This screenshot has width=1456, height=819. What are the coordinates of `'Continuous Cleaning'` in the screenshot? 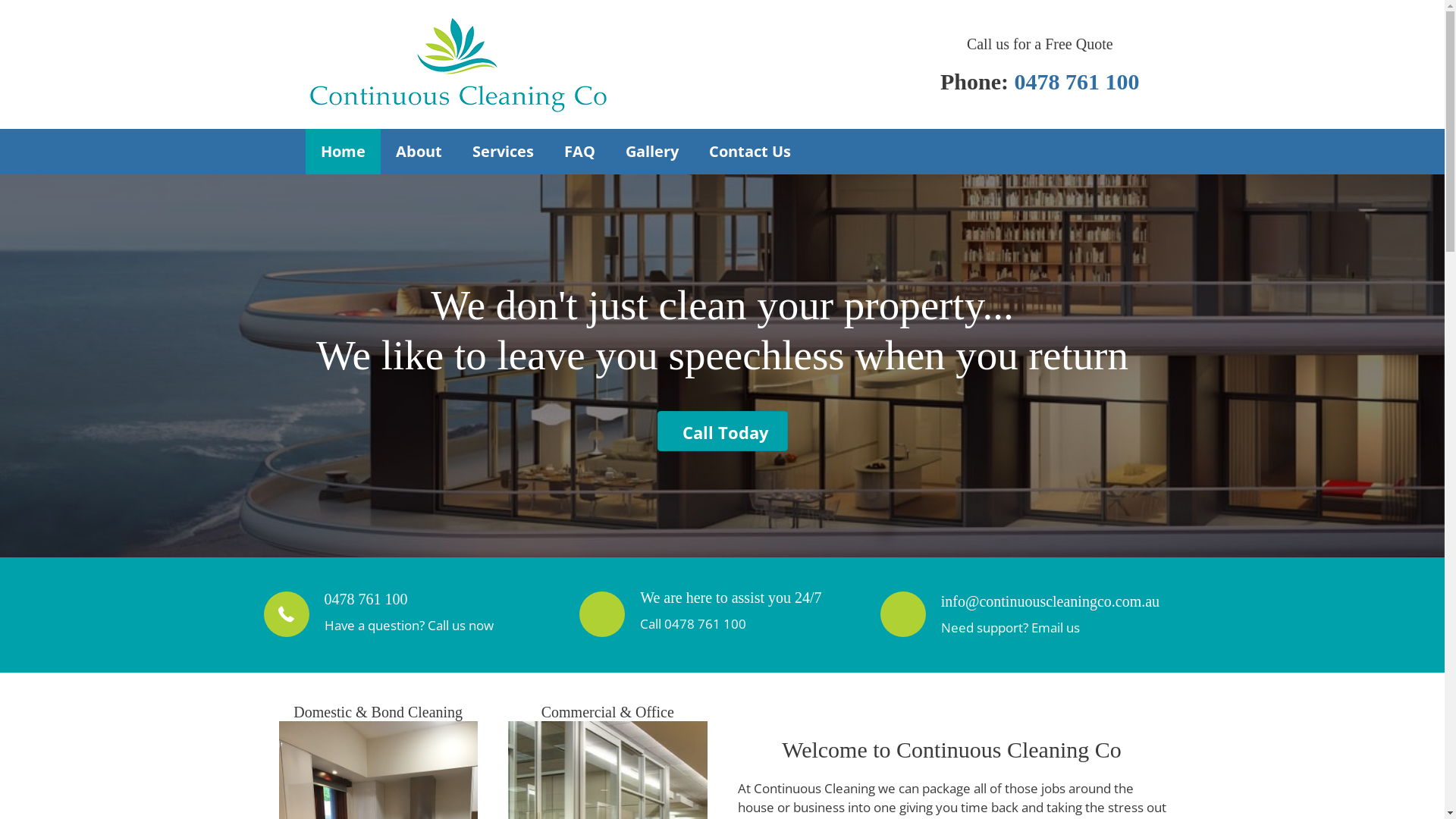 It's located at (455, 63).